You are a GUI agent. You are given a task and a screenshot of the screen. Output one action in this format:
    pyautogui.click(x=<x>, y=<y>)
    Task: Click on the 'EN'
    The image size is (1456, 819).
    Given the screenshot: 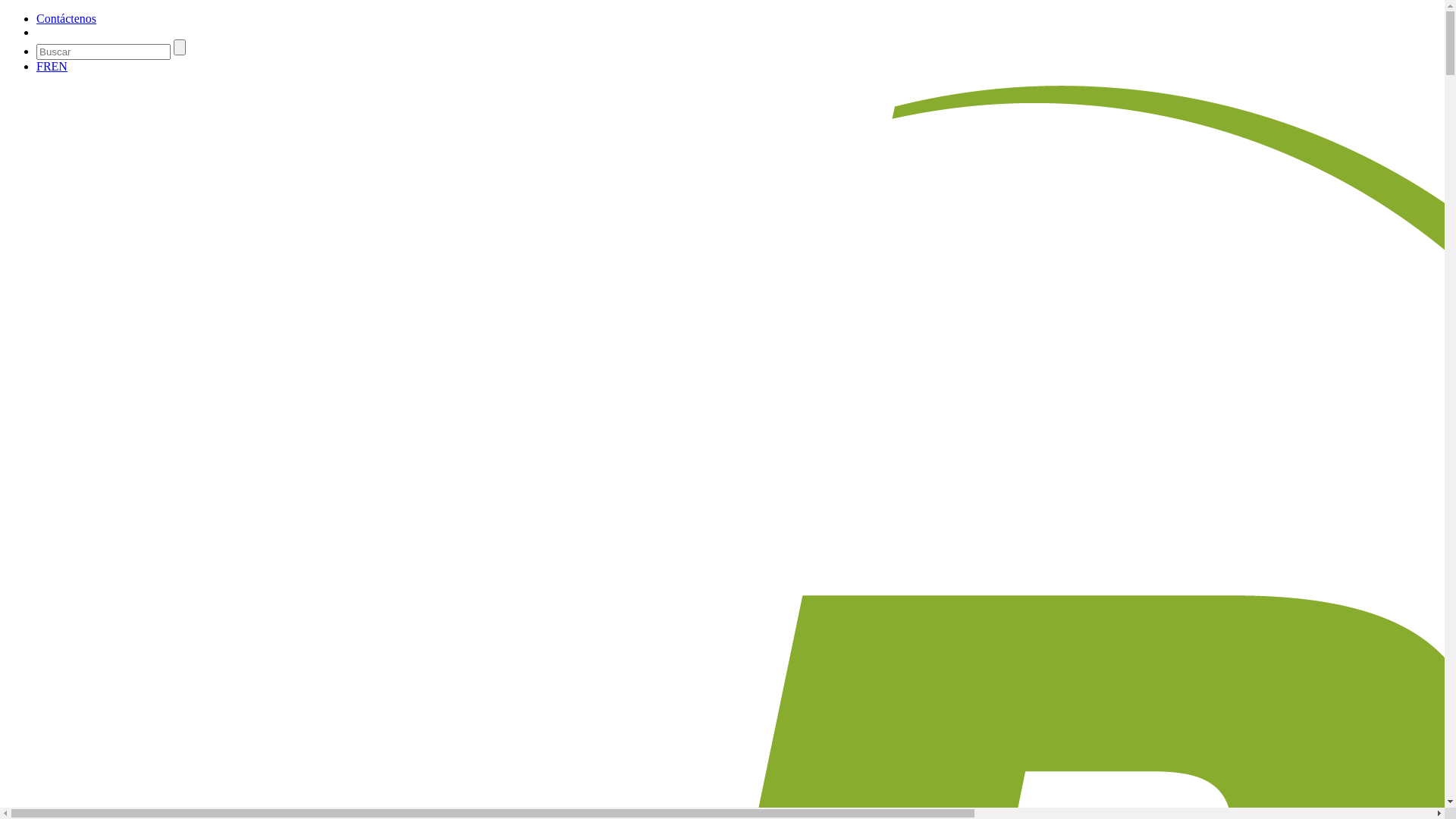 What is the action you would take?
    pyautogui.click(x=59, y=65)
    